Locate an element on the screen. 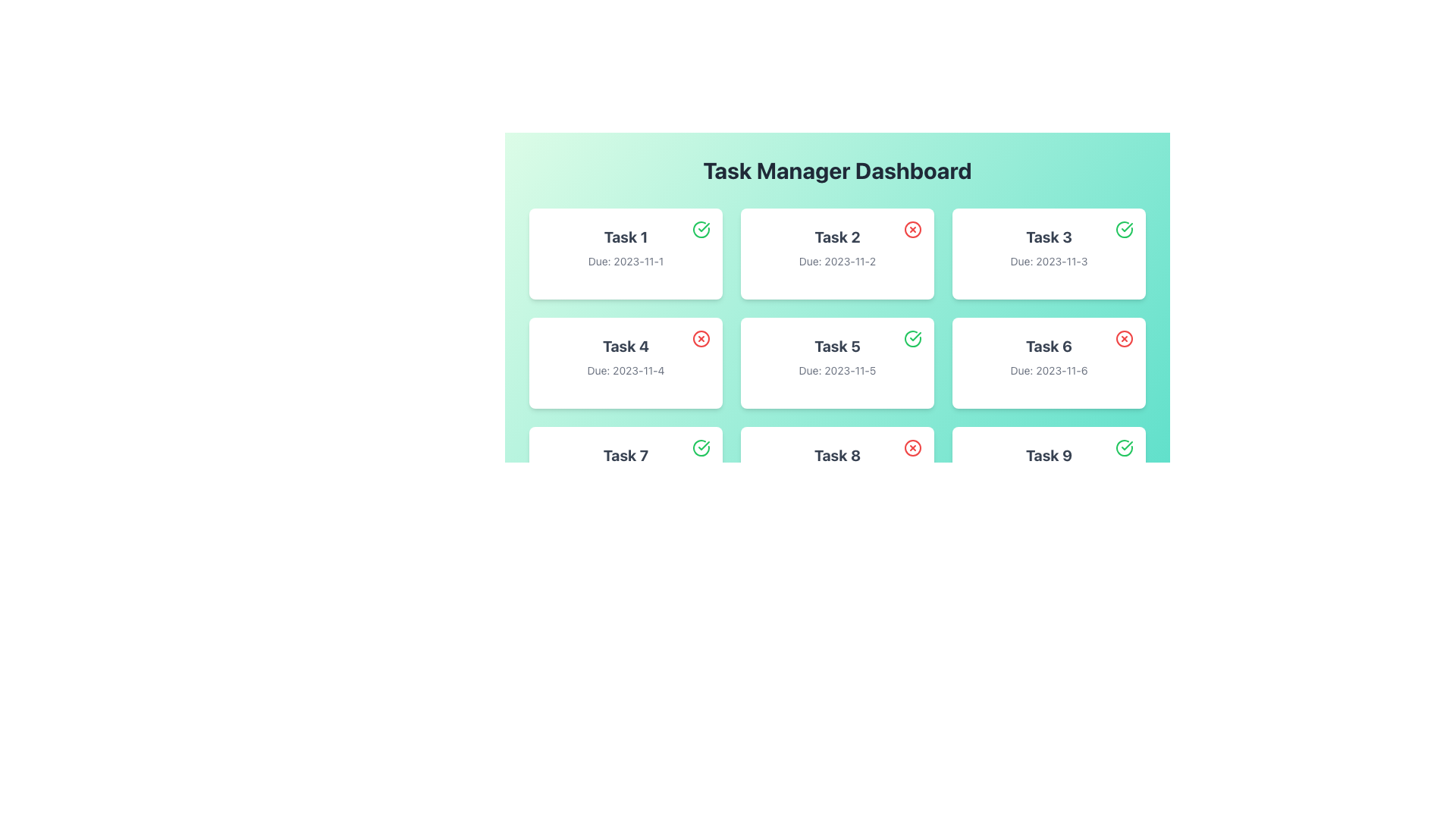 Image resolution: width=1456 pixels, height=819 pixels. the status indicator icon is located at coordinates (701, 230).